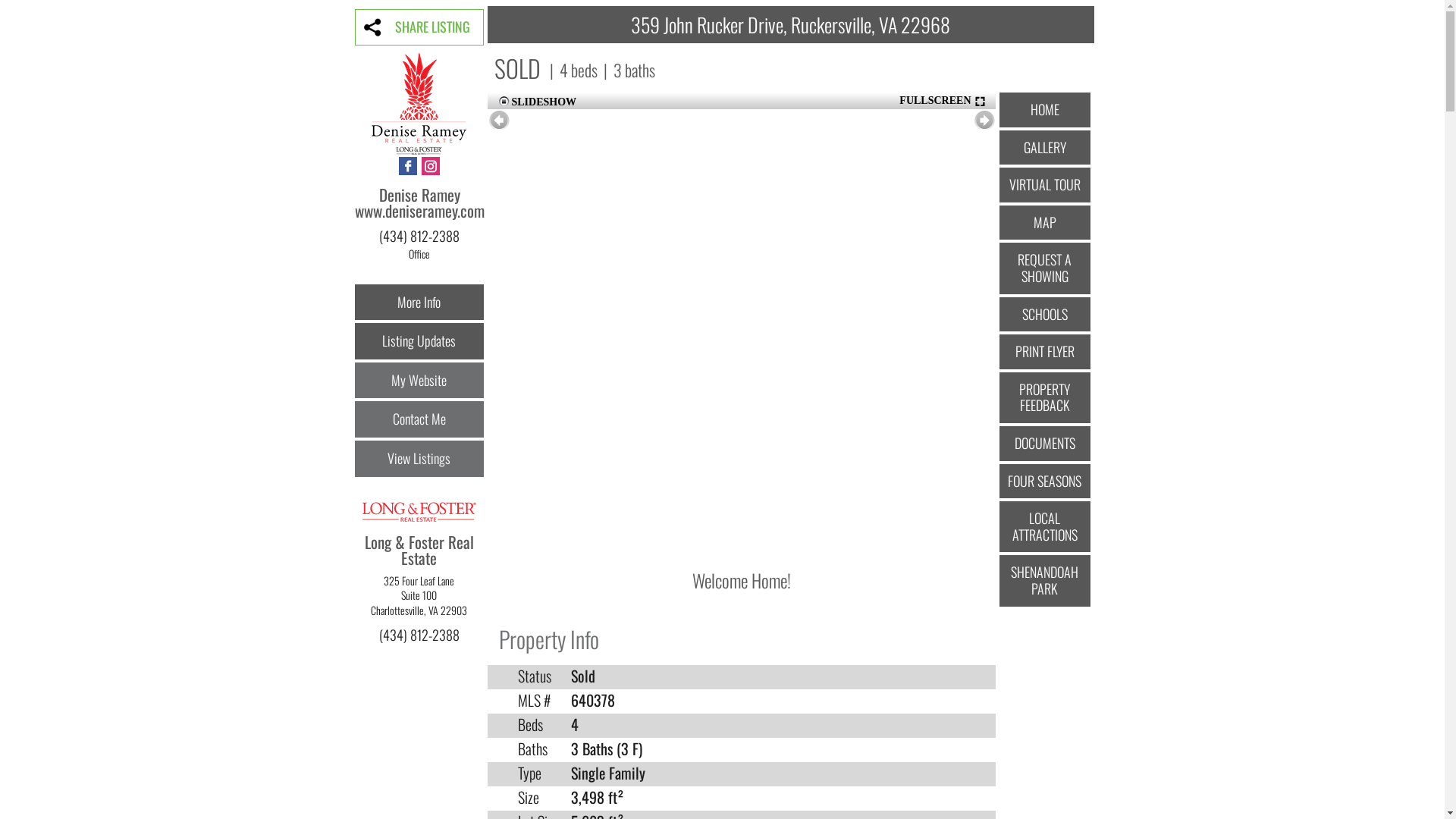 This screenshot has height=819, width=1456. I want to click on 'VIRTUAL TOUR', so click(999, 184).